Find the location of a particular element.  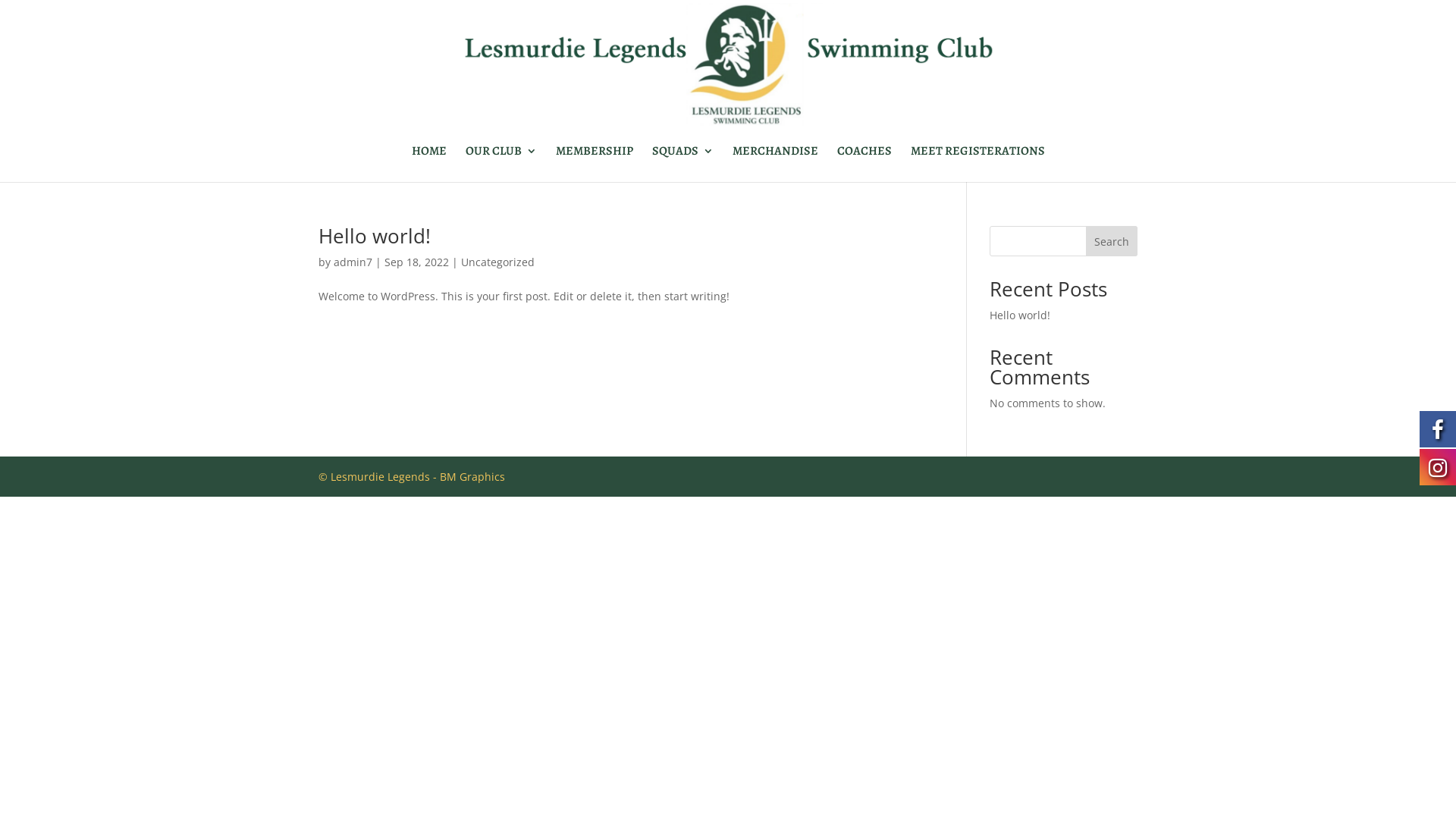

'HOME' is located at coordinates (411, 164).